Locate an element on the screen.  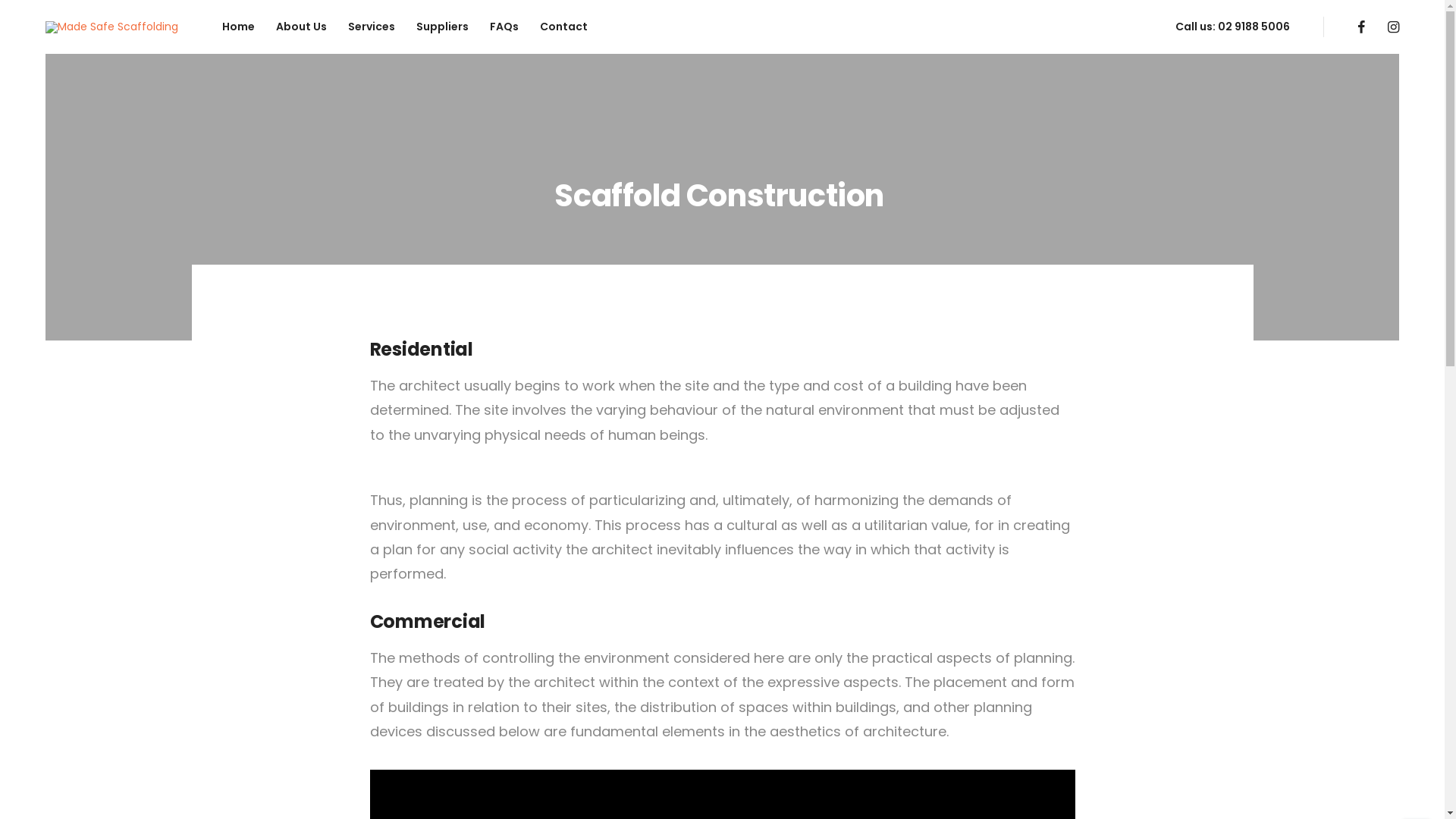
'Home' is located at coordinates (237, 27).